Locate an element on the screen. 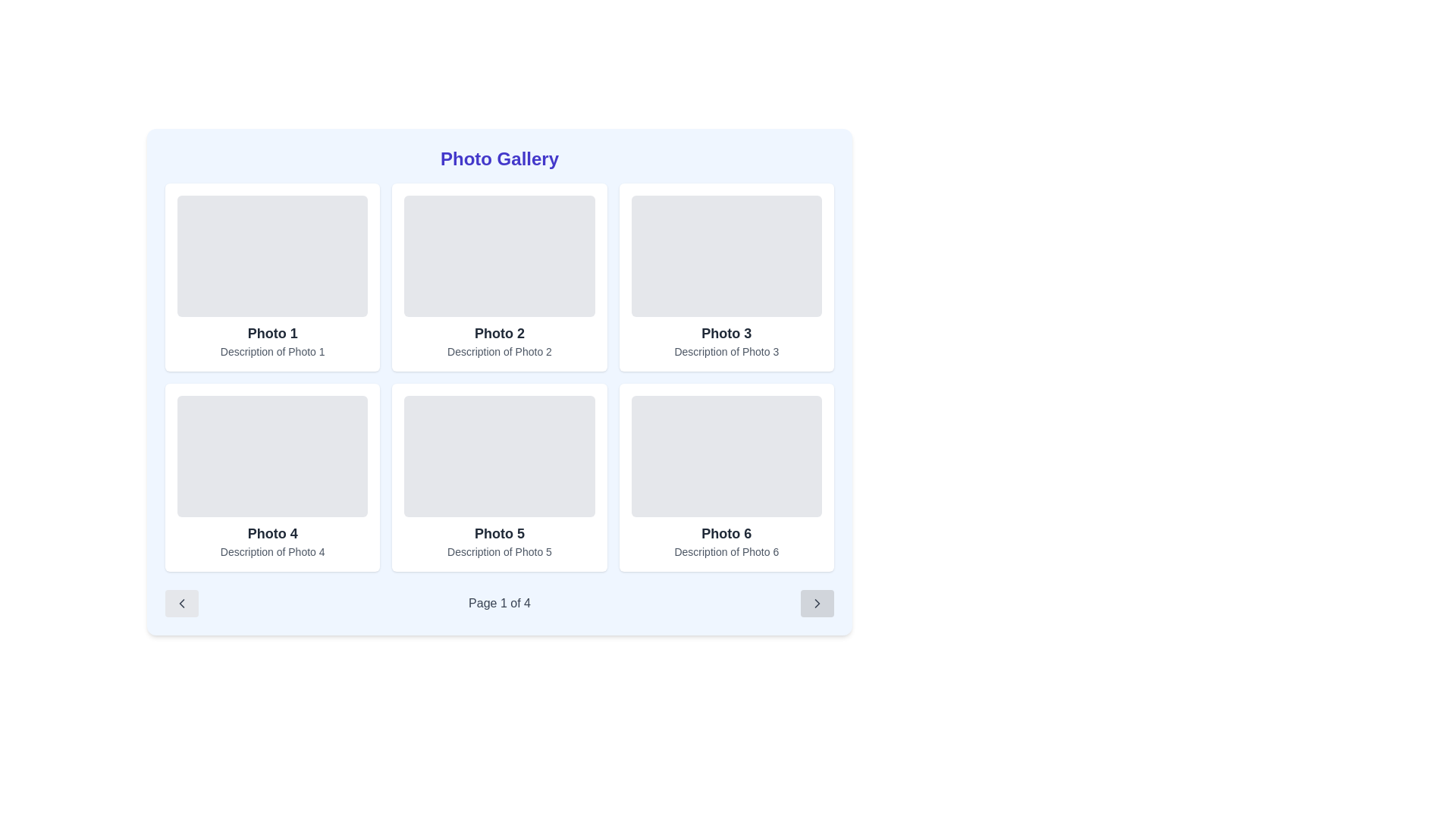  the second Card component in the first row of the photo gallery interface for accessibility purposes is located at coordinates (499, 278).